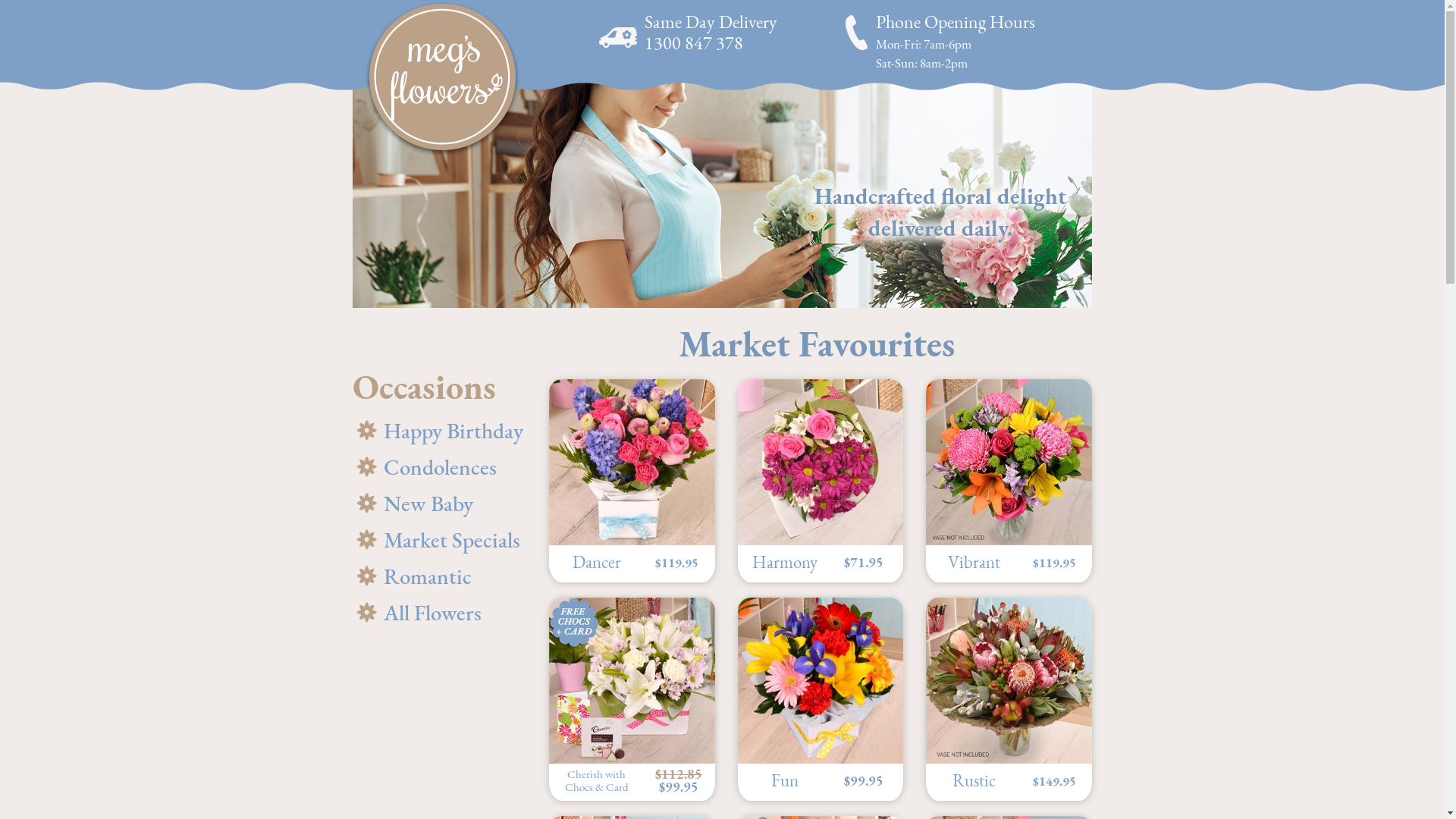 The width and height of the screenshot is (1456, 819). What do you see at coordinates (352, 576) in the screenshot?
I see `'Romantic'` at bounding box center [352, 576].